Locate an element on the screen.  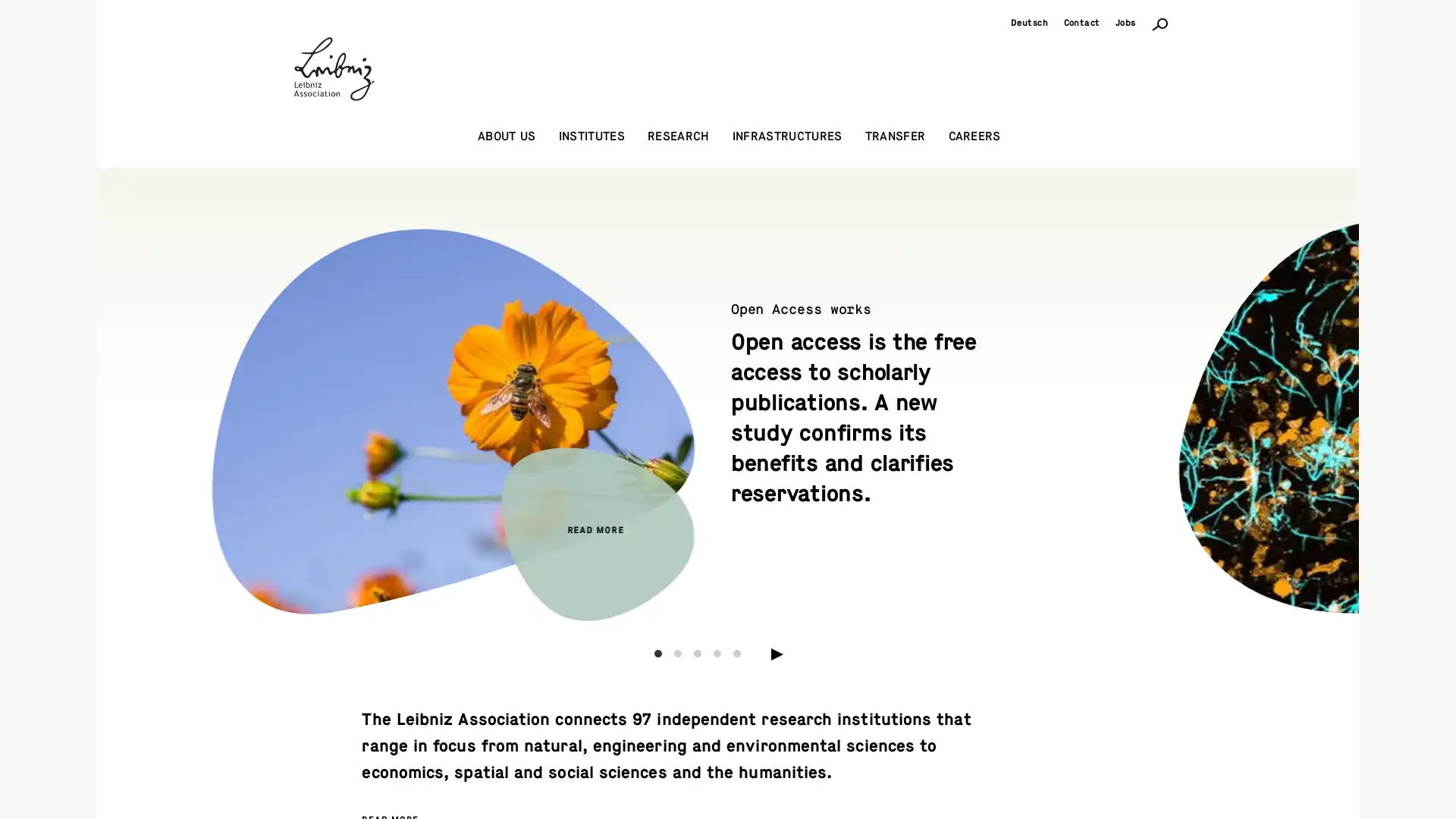
Next is located at coordinates (1238, 403).